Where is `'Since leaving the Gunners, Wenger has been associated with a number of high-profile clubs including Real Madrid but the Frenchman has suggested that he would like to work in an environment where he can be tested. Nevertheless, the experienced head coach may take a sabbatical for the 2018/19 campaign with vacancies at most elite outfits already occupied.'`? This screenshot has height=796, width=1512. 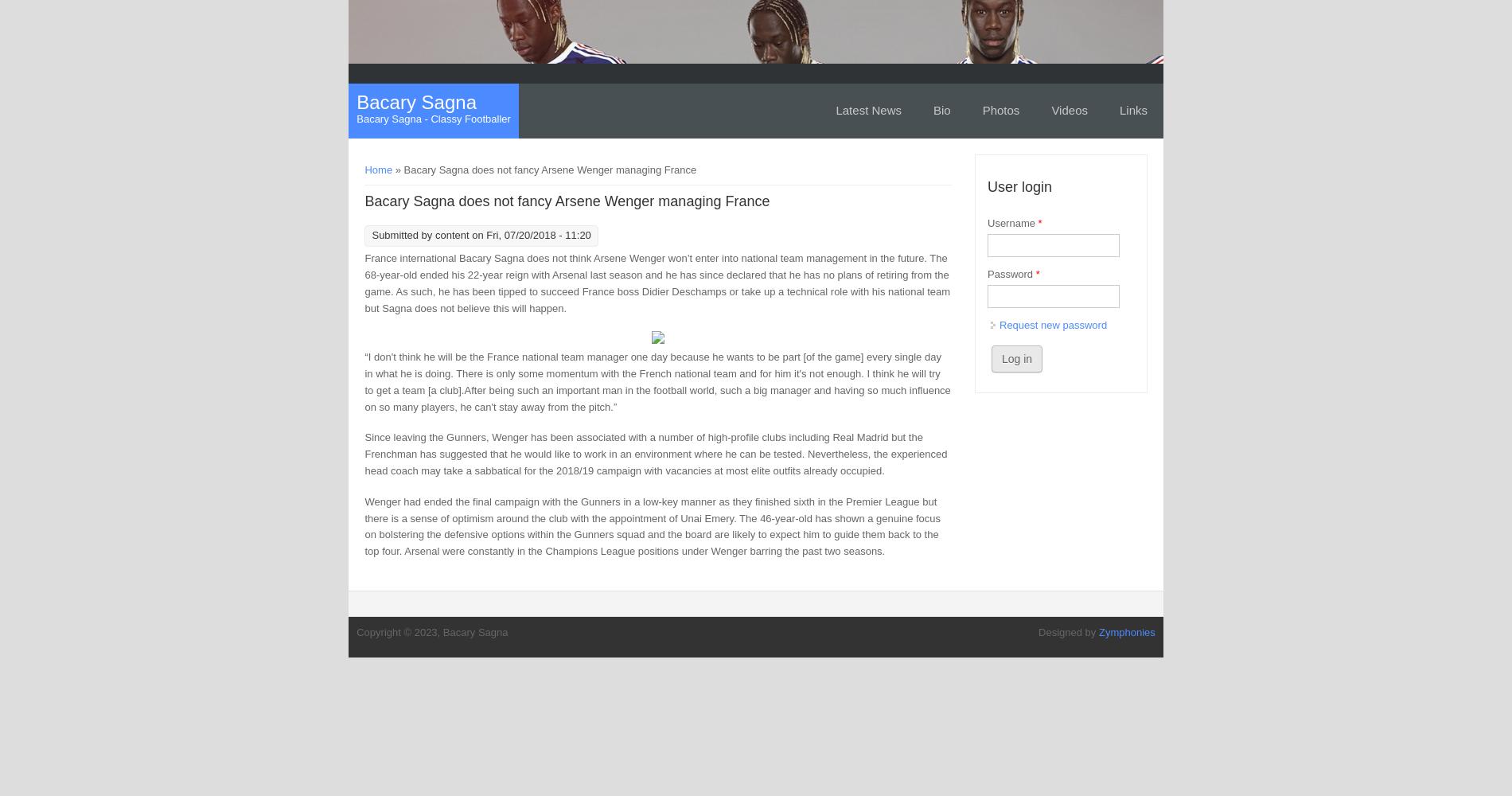
'Since leaving the Gunners, Wenger has been associated with a number of high-profile clubs including Real Madrid but the Frenchman has suggested that he would like to work in an environment where he can be tested. Nevertheless, the experienced head coach may take a sabbatical for the 2018/19 campaign with vacancies at most elite outfits already occupied.' is located at coordinates (655, 453).